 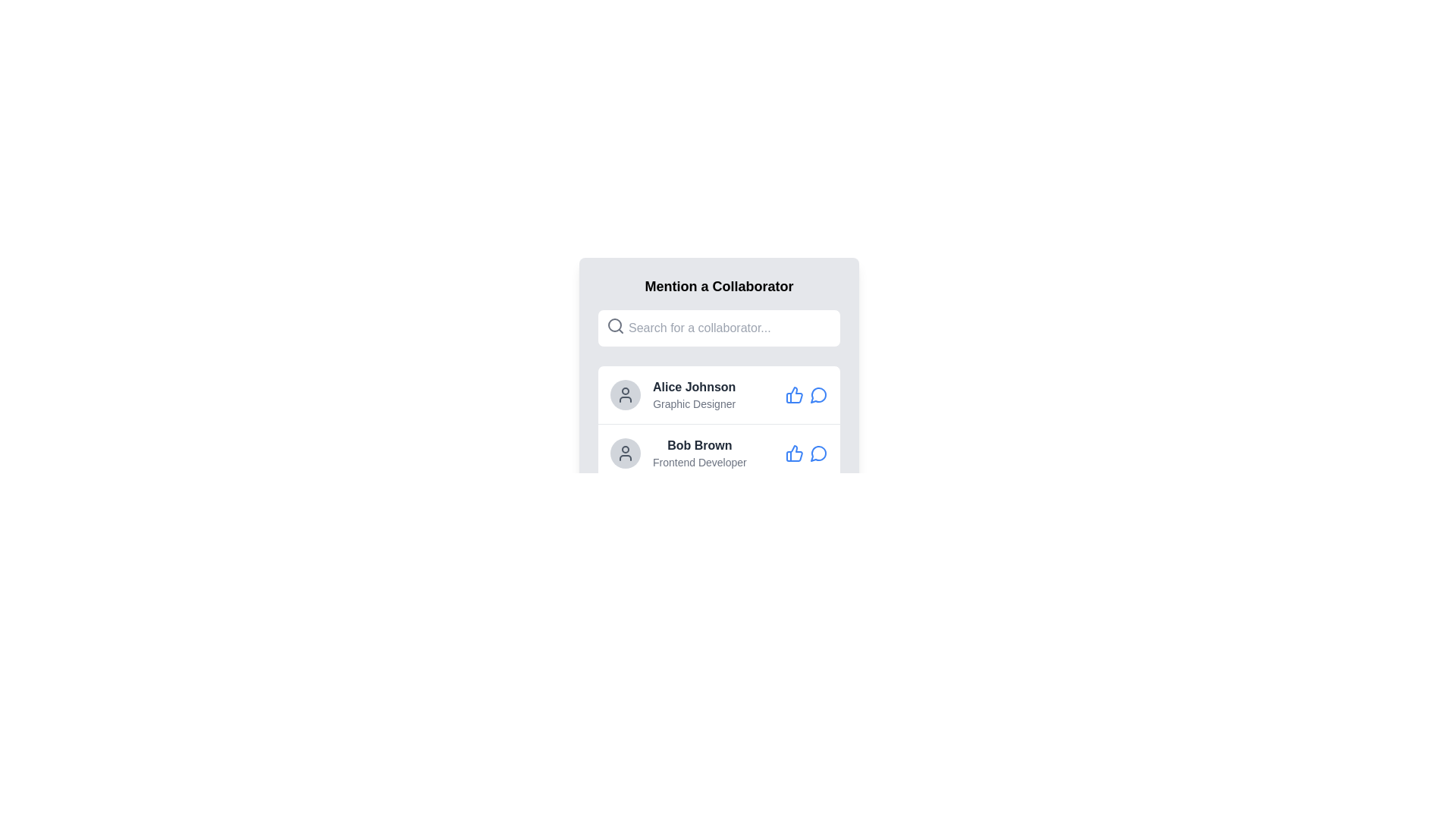 I want to click on the text label identifying the user 'Bob Brown' within the list of collaborators in the dialog box labeled 'Mention a Collaborator', so click(x=698, y=444).